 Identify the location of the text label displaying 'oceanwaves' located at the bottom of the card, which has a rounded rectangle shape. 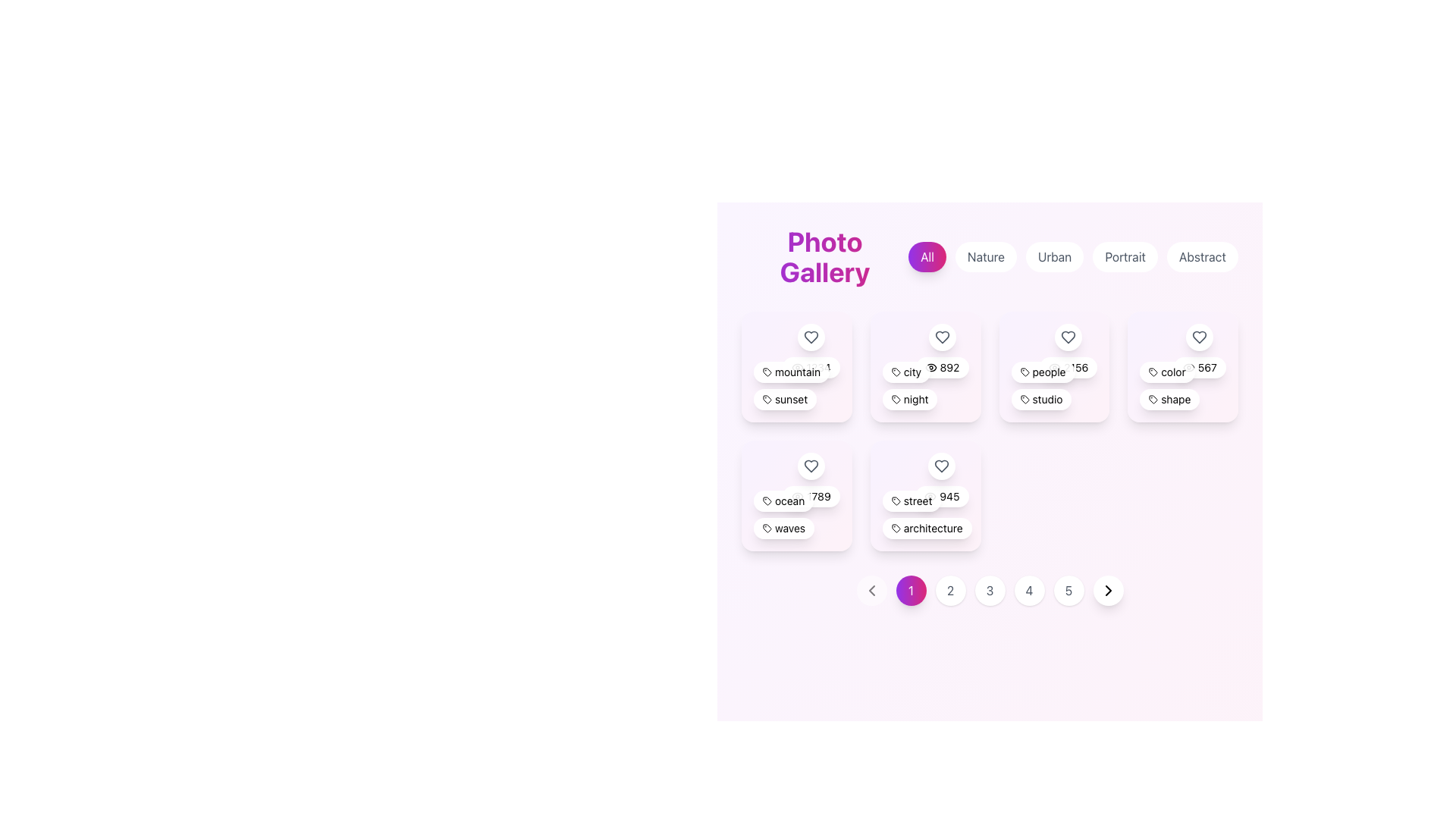
(795, 513).